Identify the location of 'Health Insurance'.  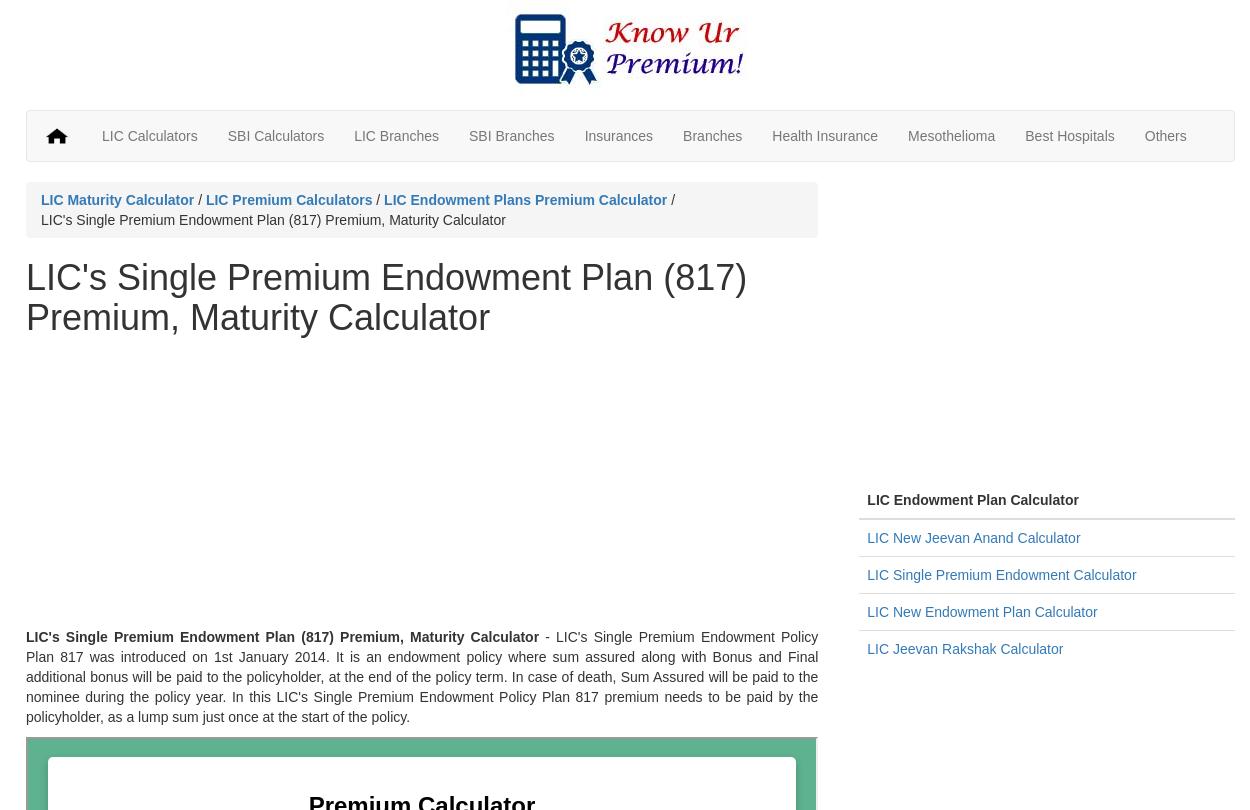
(824, 135).